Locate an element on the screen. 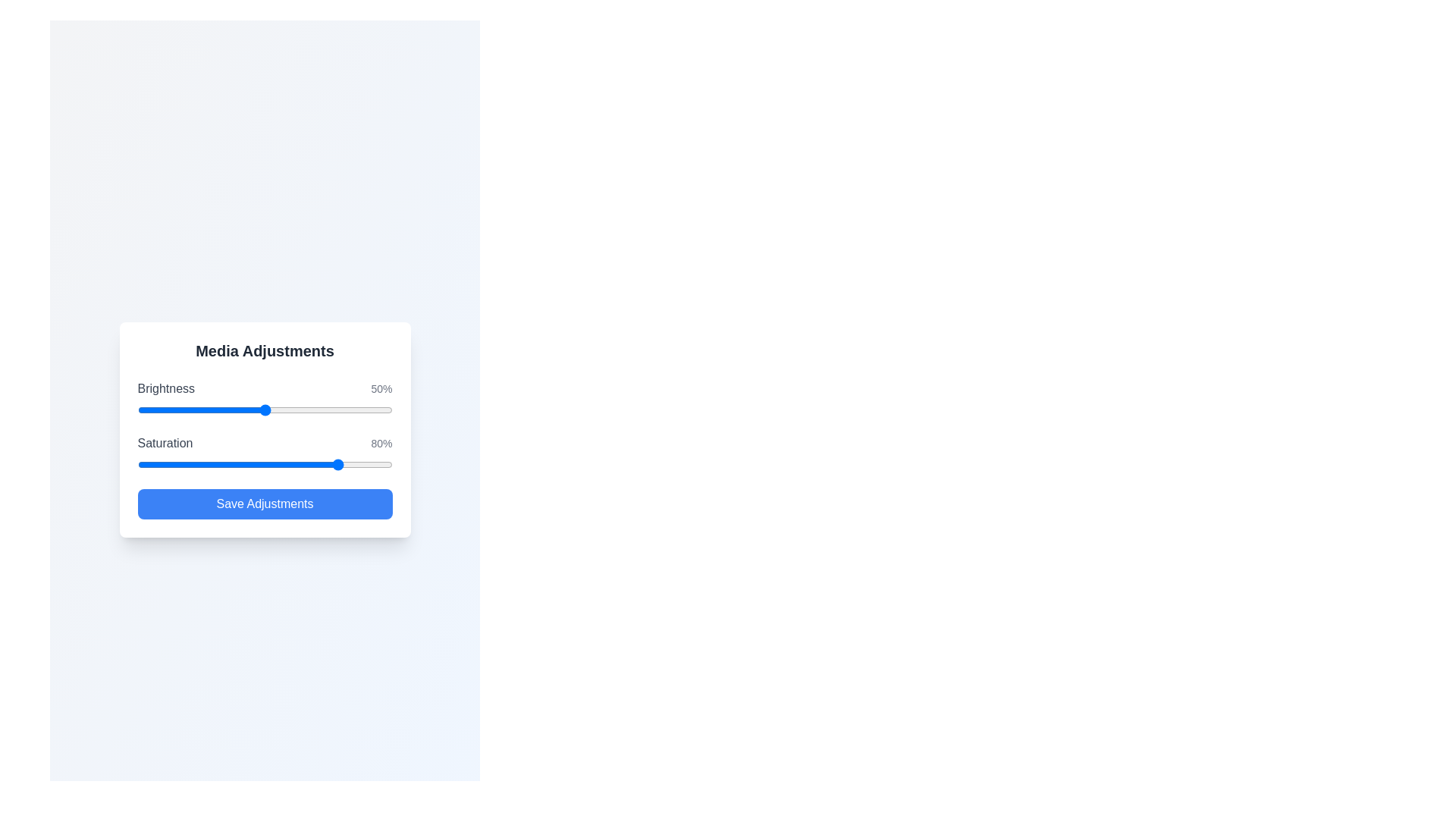 Image resolution: width=1456 pixels, height=819 pixels. the brightness slider to 54% is located at coordinates (275, 409).